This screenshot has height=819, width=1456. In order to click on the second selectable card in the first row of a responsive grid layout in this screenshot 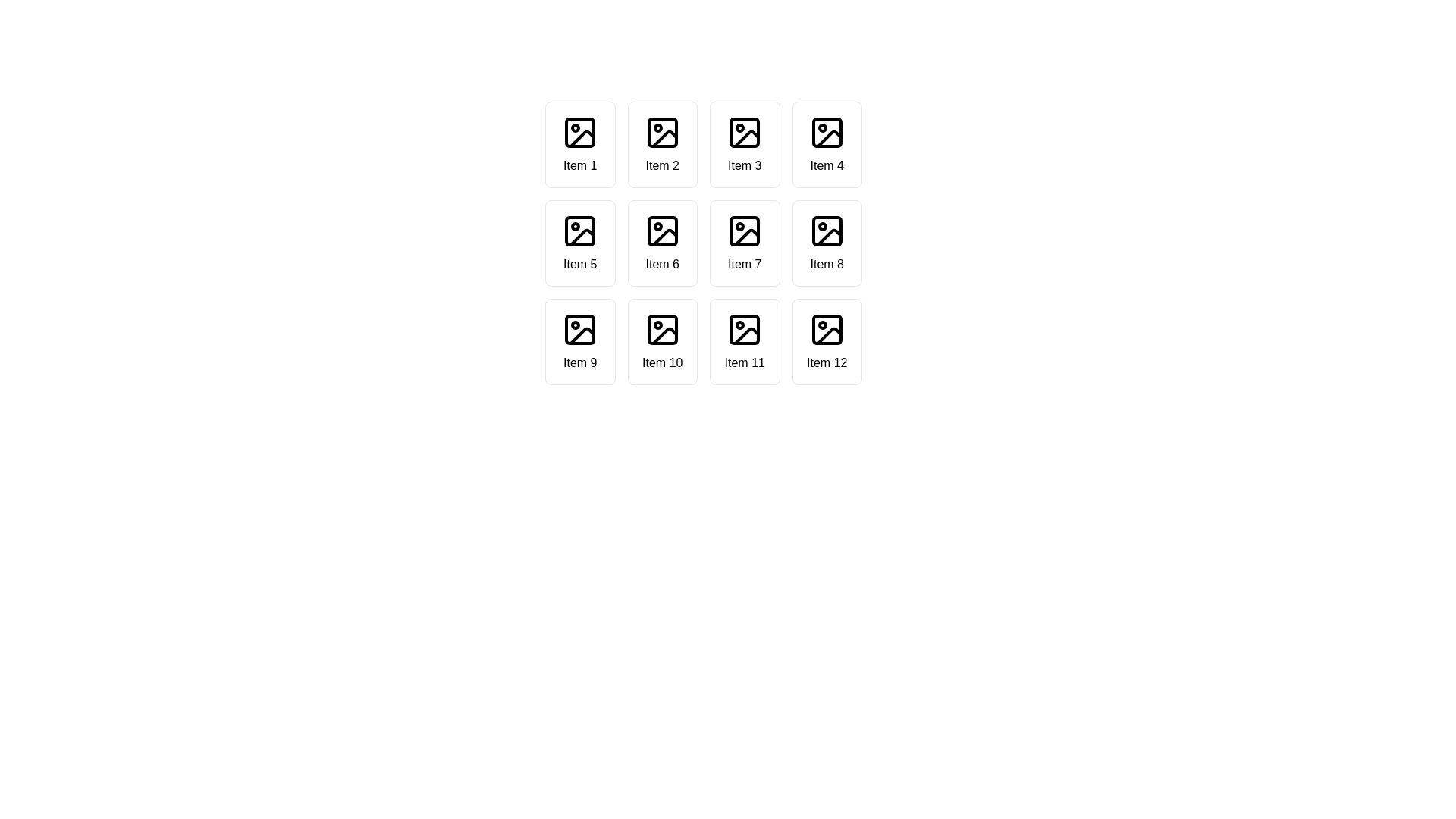, I will do `click(662, 145)`.